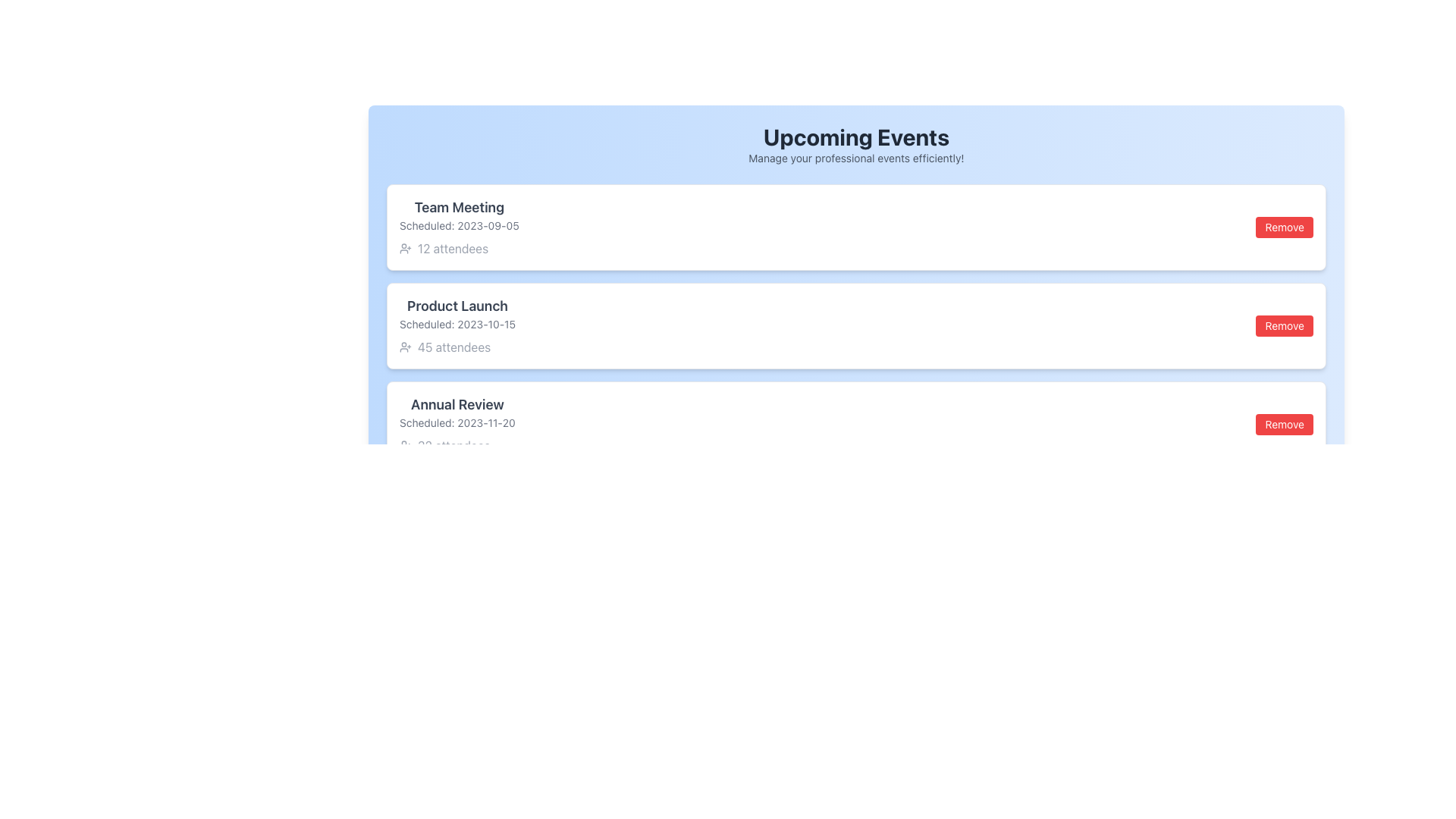 Image resolution: width=1456 pixels, height=819 pixels. I want to click on the text label that reads 'Manage your professional events efficiently!', which is styled in small gray font and located directly below the header 'Upcoming Events', so click(856, 158).